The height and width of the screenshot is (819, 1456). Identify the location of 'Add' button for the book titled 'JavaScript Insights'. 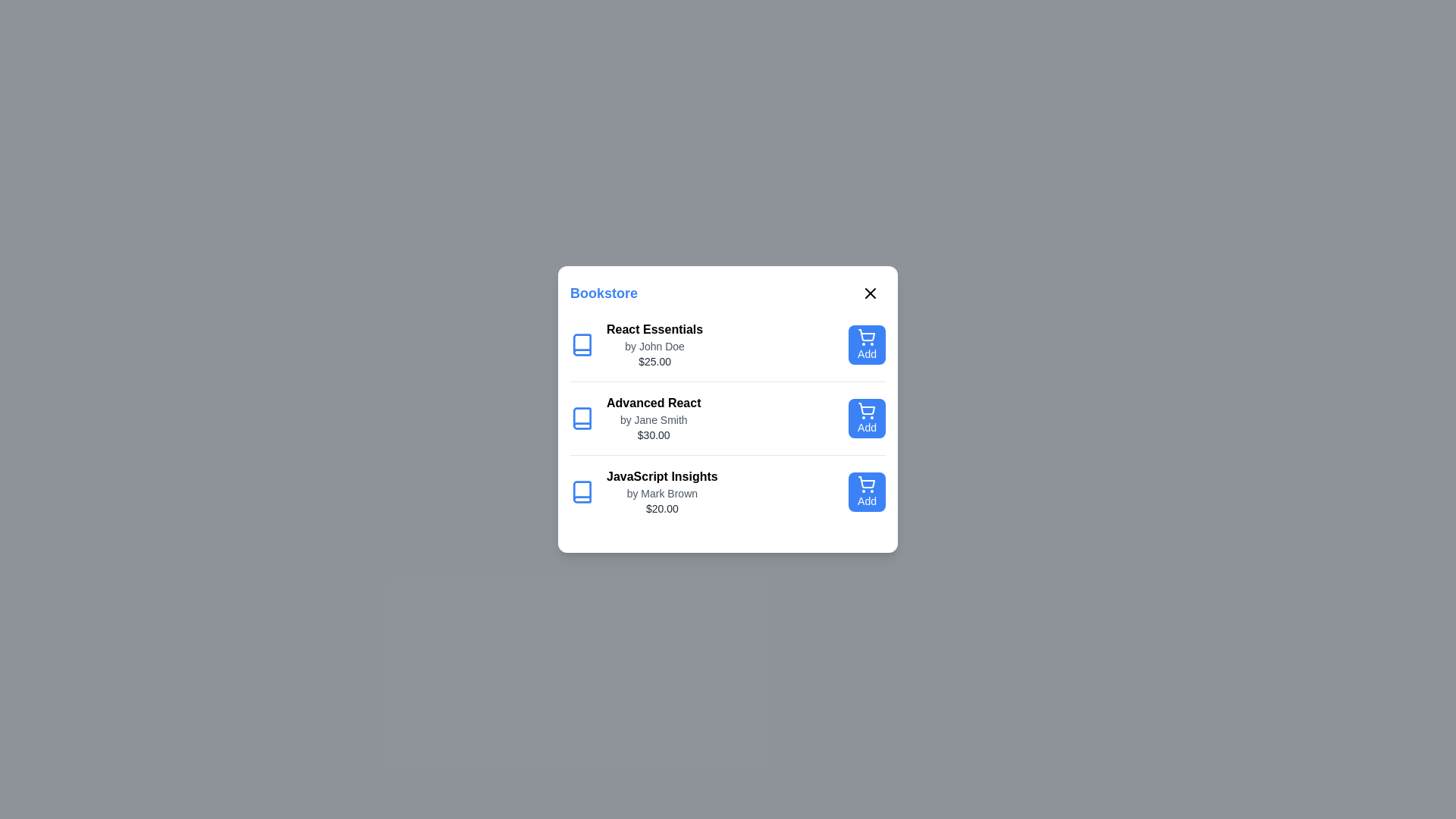
(867, 491).